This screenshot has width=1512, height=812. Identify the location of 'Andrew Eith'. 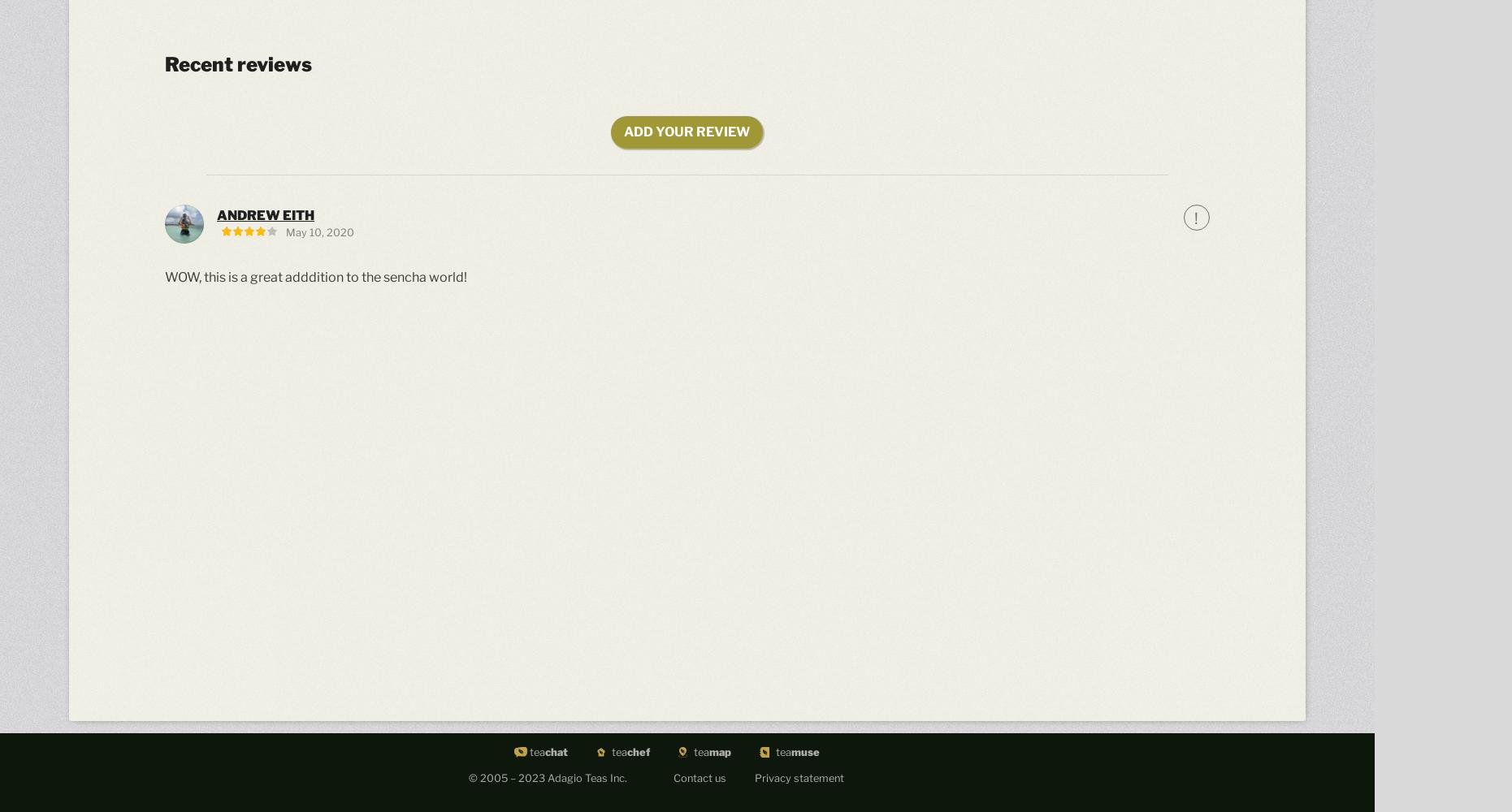
(264, 214).